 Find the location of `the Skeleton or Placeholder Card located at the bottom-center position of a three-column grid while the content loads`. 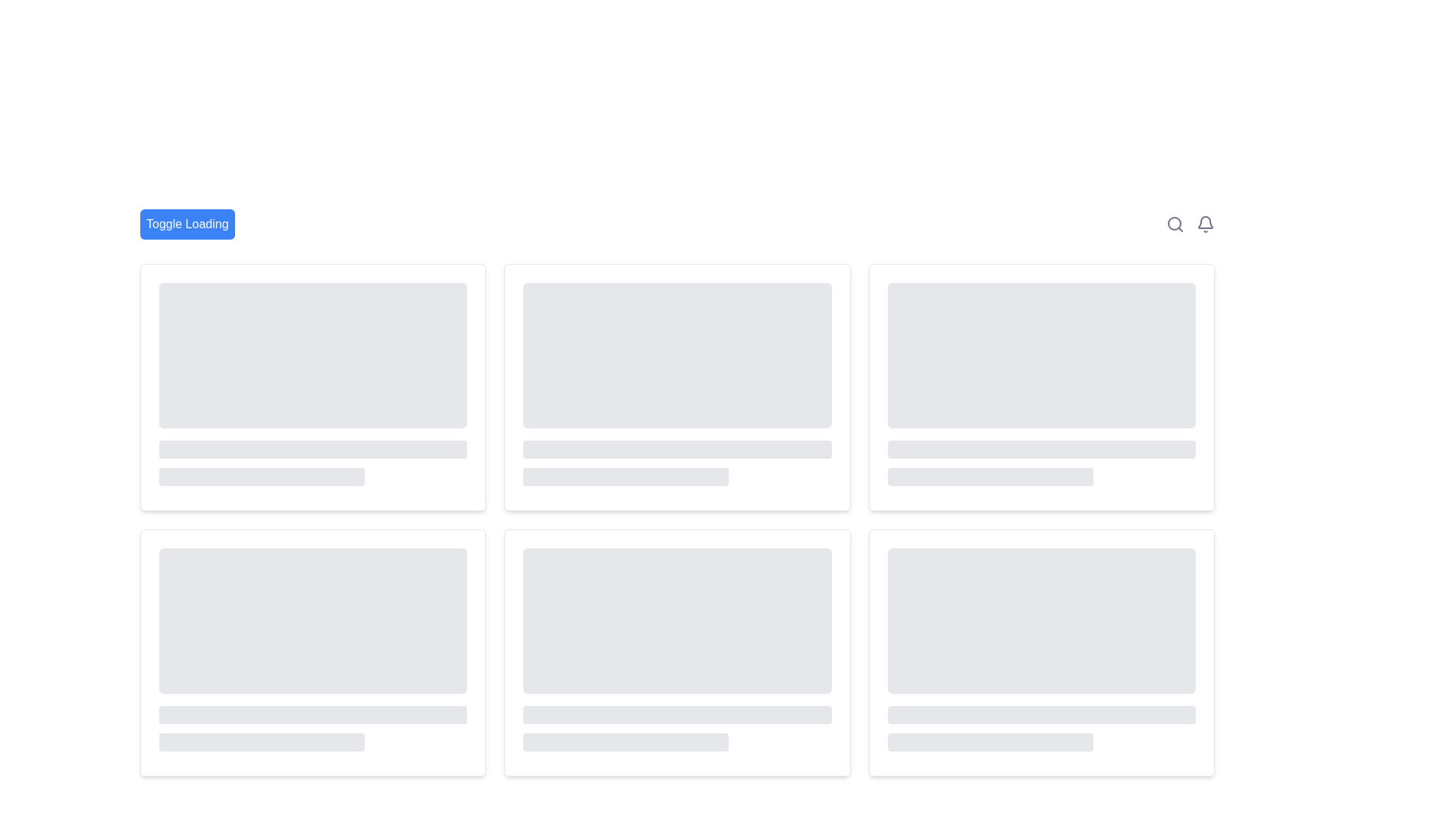

the Skeleton or Placeholder Card located at the bottom-center position of a three-column grid while the content loads is located at coordinates (676, 651).